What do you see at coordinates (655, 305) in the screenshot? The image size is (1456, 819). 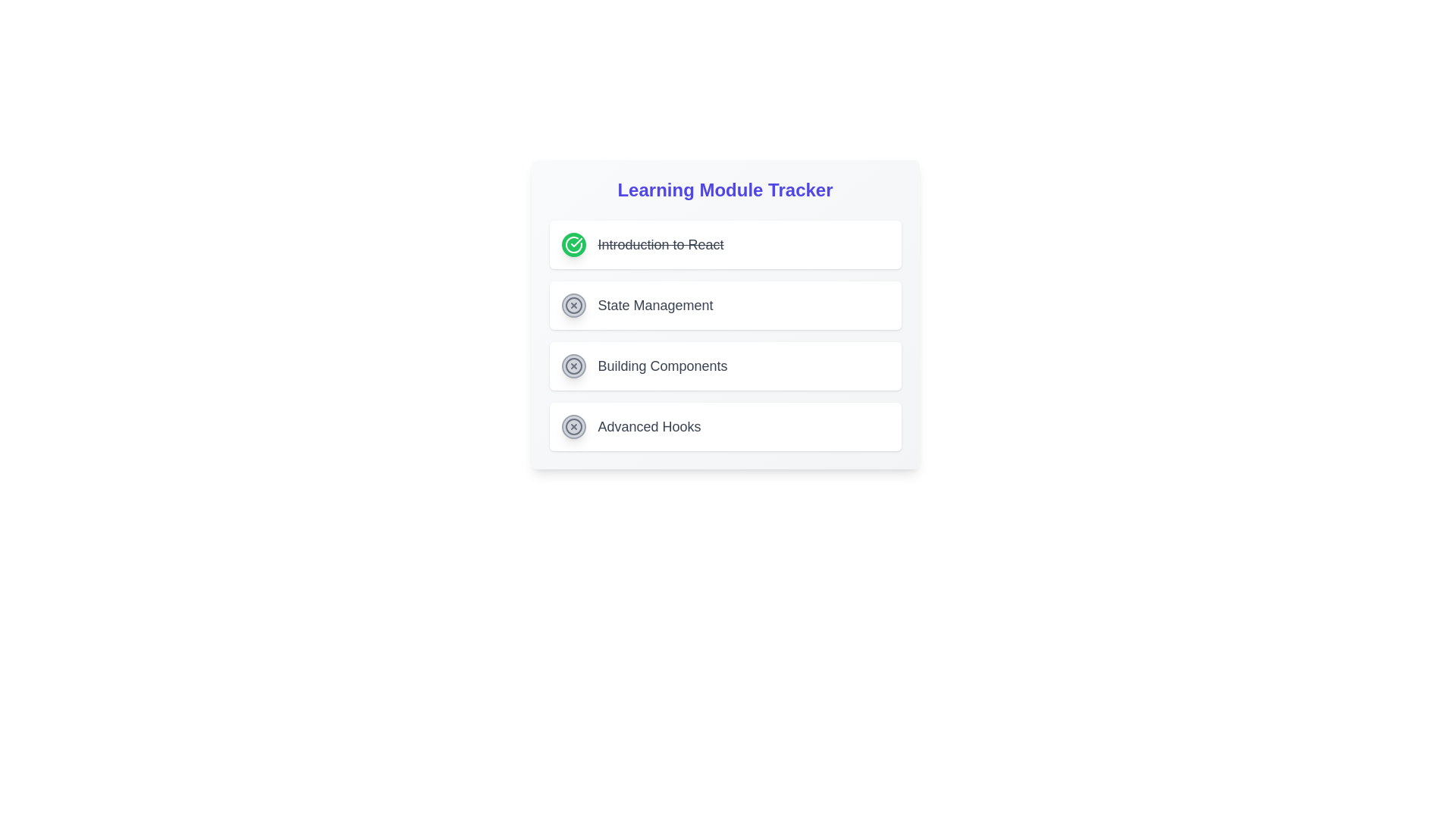 I see `the static text label displaying 'State Management', which is centrally aligned and part of the 'Learning Module Tracker' section, positioned between 'Introduction to React' and 'Building Components'` at bounding box center [655, 305].